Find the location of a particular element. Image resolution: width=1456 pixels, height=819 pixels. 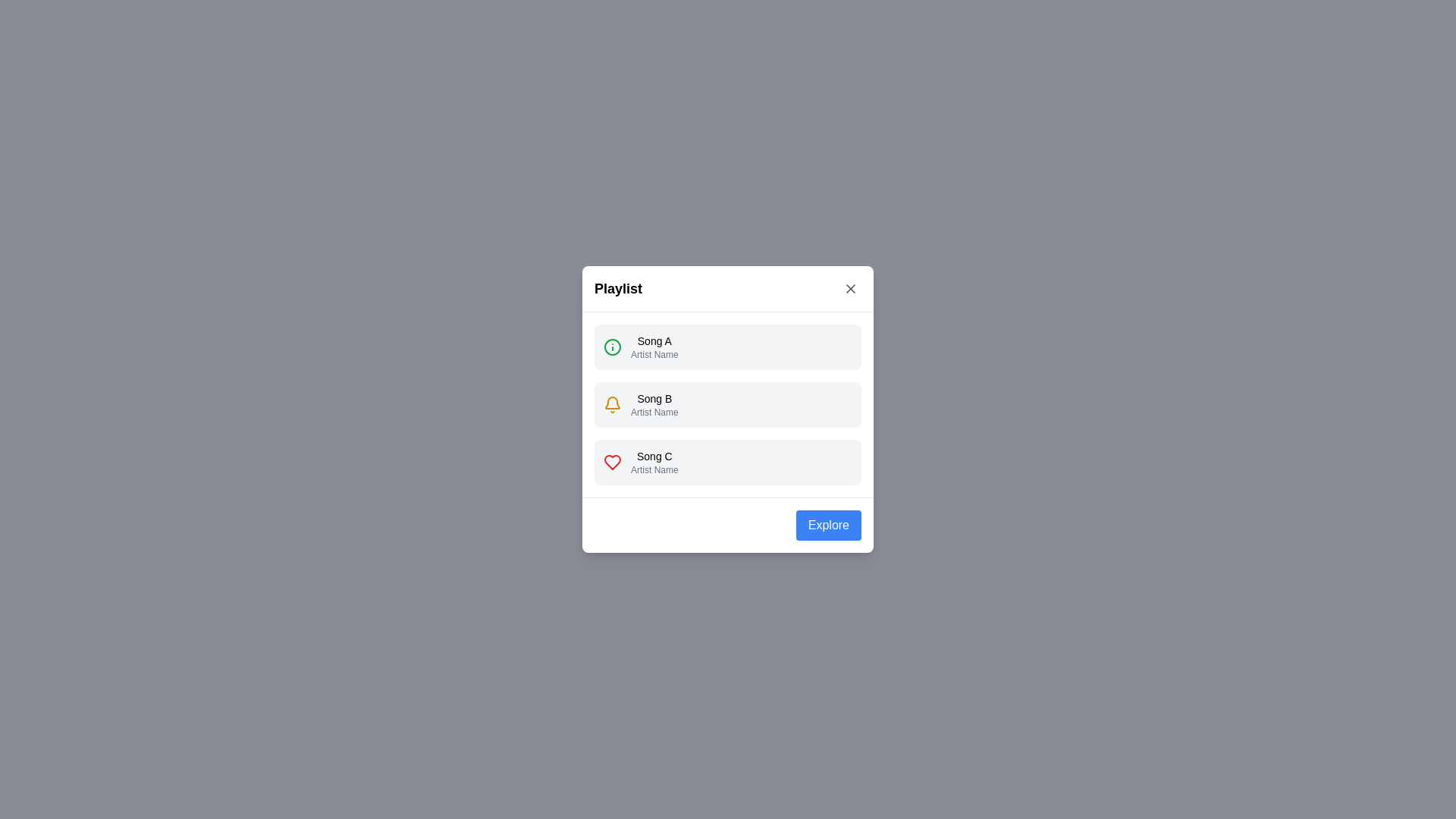

the list item for 'Song B' which is the second entry in the playlist, positioned between 'Song A' and 'Song C' is located at coordinates (728, 403).